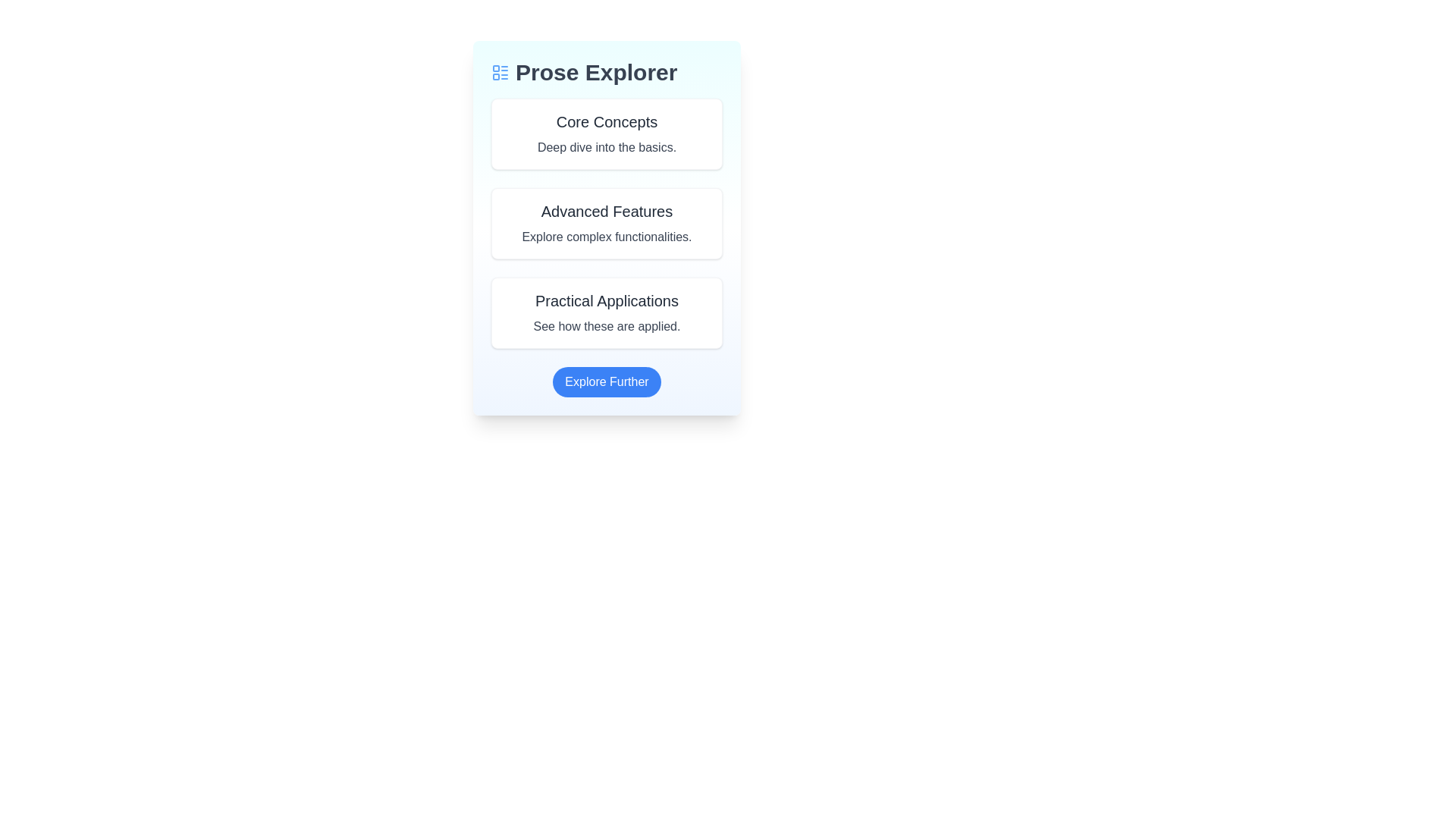 The height and width of the screenshot is (819, 1456). What do you see at coordinates (500, 73) in the screenshot?
I see `the icon located at the top-left corner of the interface, next to the 'Prose Explorer' heading` at bounding box center [500, 73].